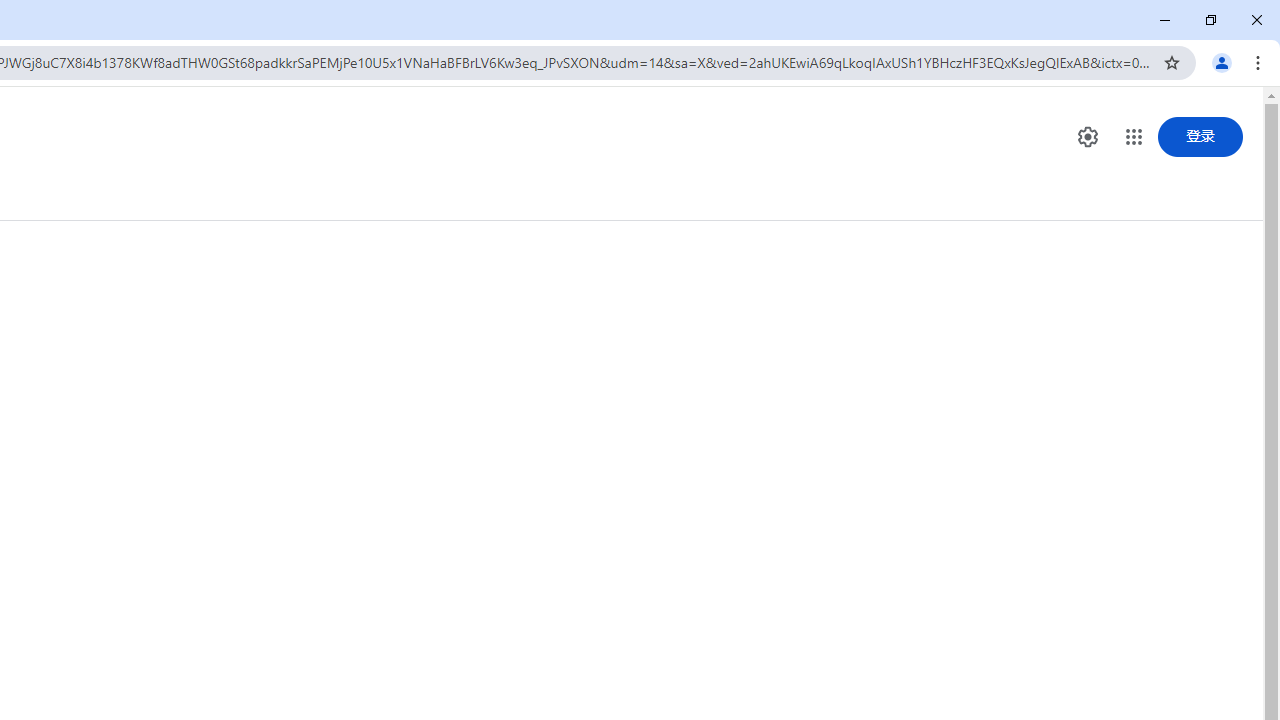 The image size is (1280, 720). I want to click on 'Chrome', so click(1259, 61).